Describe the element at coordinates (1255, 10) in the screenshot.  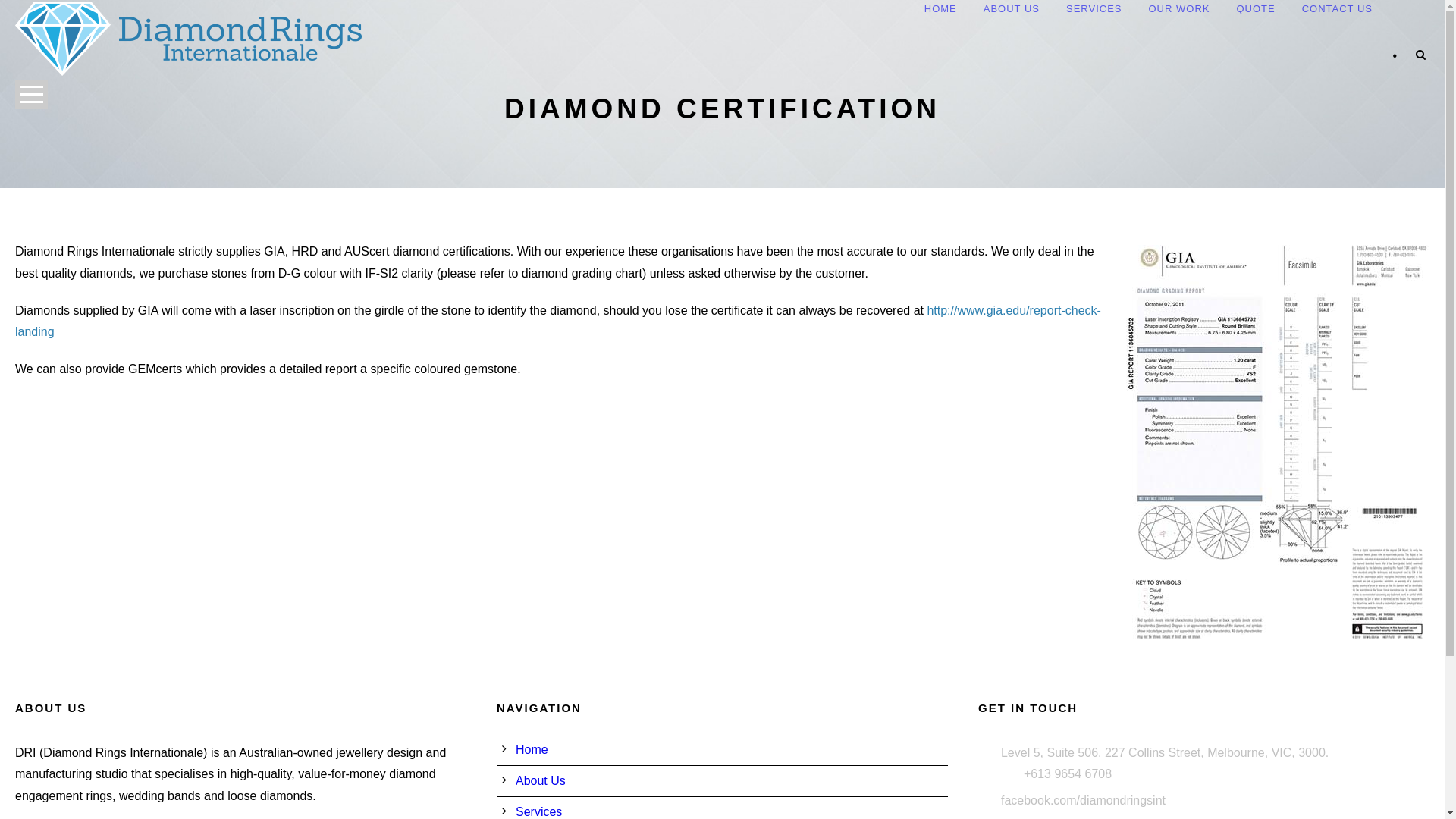
I see `'QUOTE'` at that location.